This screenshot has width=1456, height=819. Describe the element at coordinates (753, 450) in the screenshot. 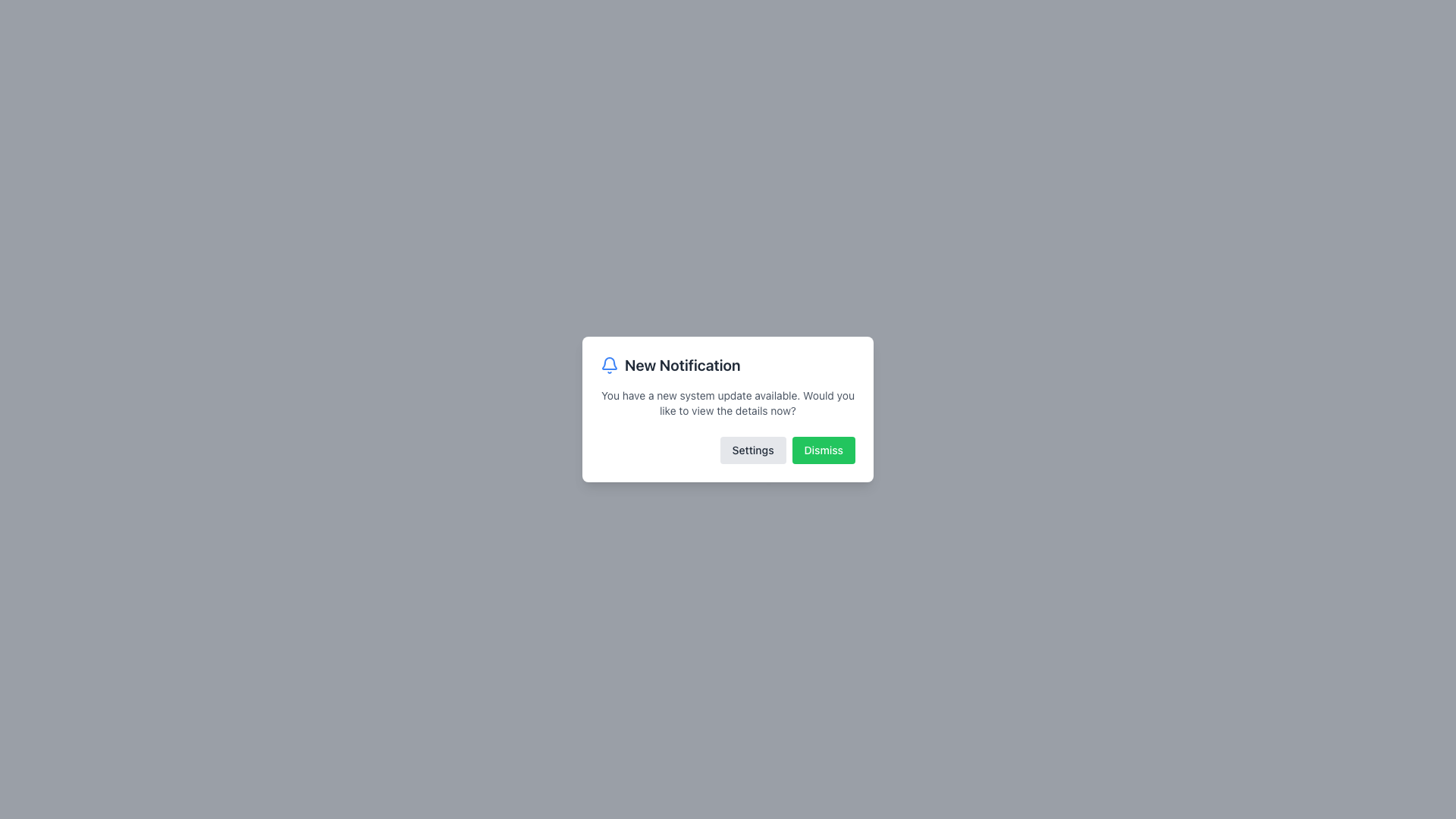

I see `the settings button located at the lower right section of the notification modal window, which is situated to the left of the green 'Dismiss' button` at that location.